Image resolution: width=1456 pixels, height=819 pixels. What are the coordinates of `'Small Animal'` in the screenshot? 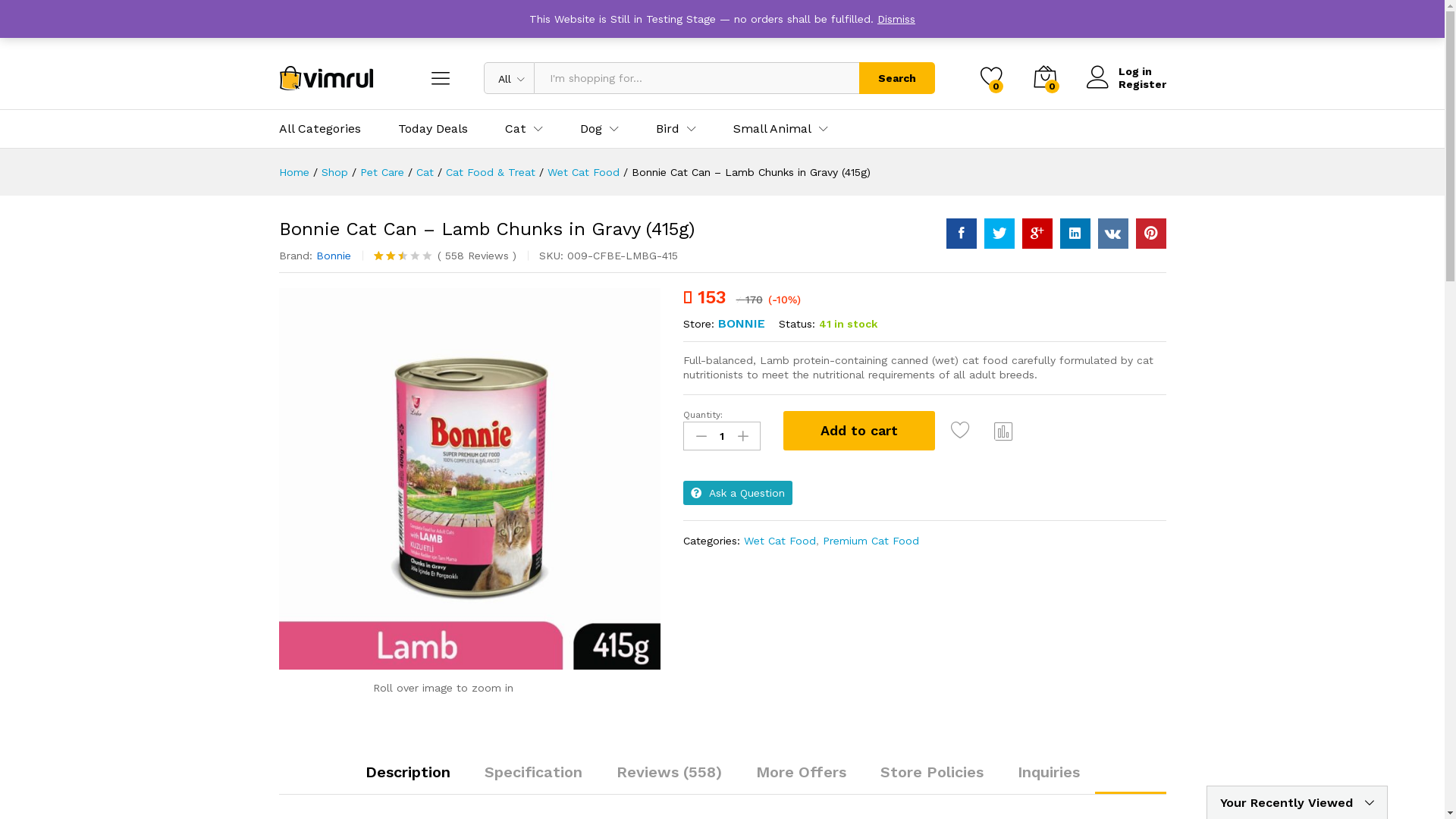 It's located at (771, 127).